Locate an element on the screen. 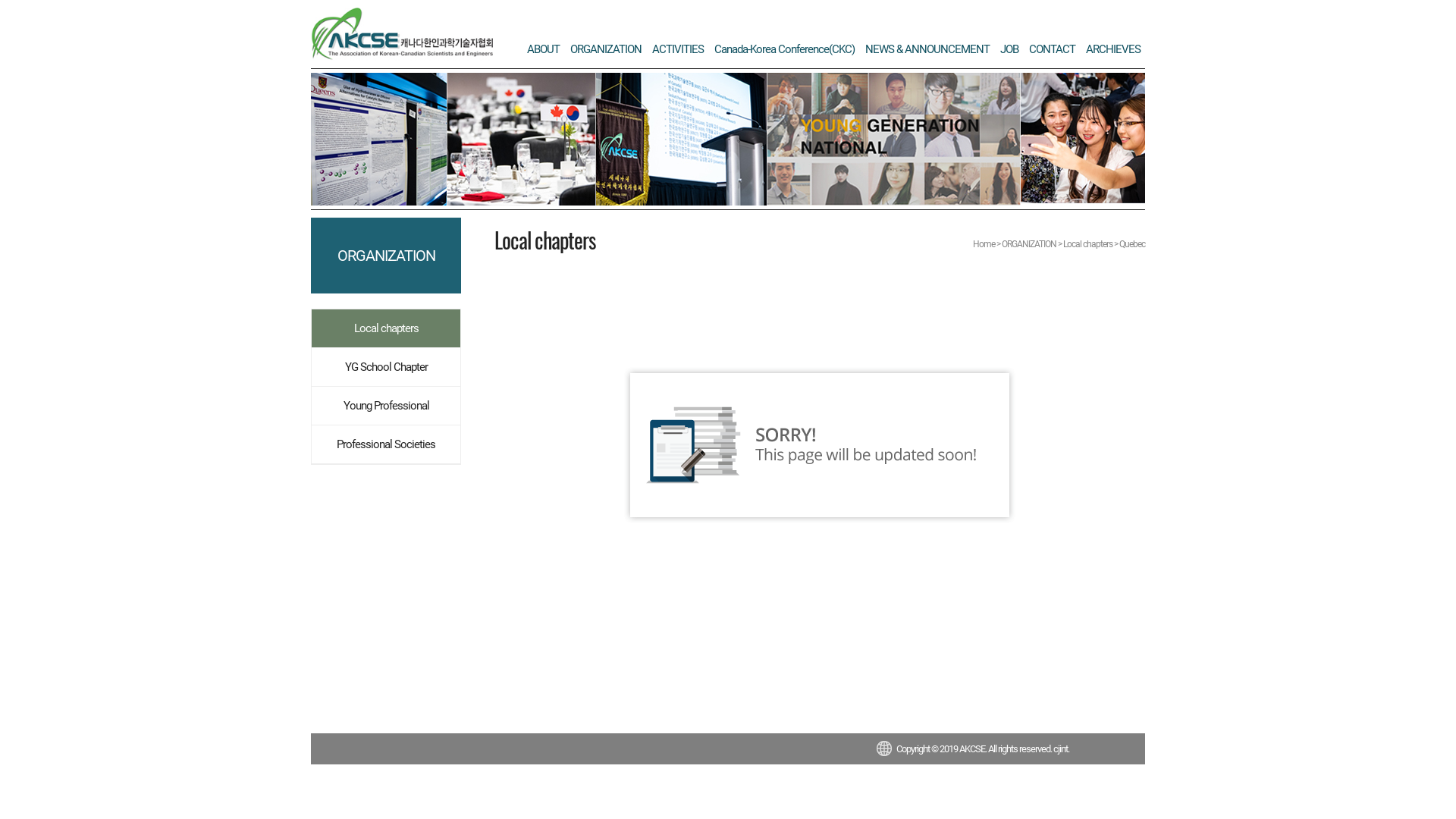 The width and height of the screenshot is (1456, 819). 'Local chapters' is located at coordinates (385, 327).